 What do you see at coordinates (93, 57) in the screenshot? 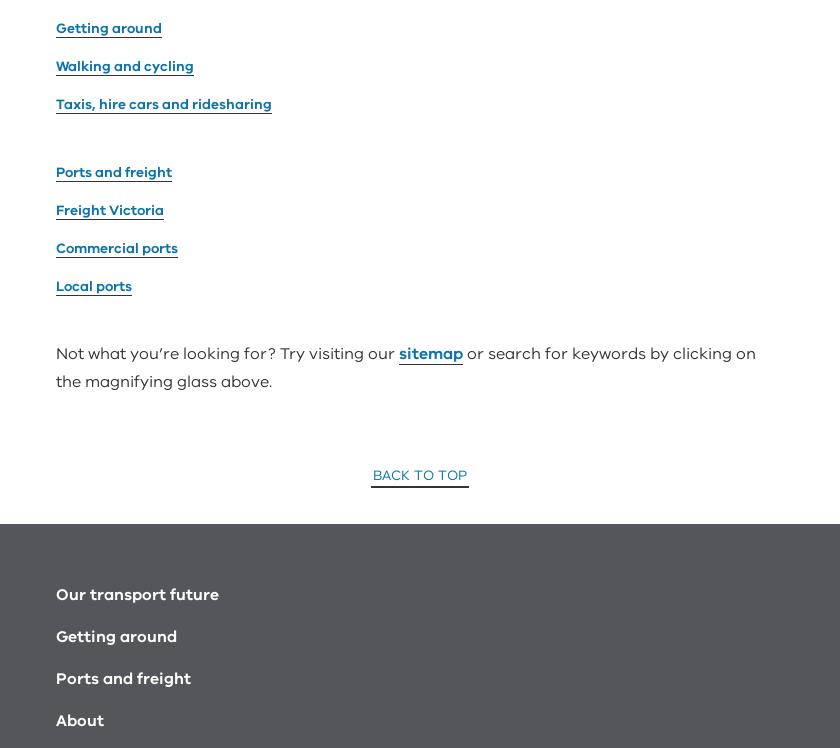
I see `'Local ports'` at bounding box center [93, 57].